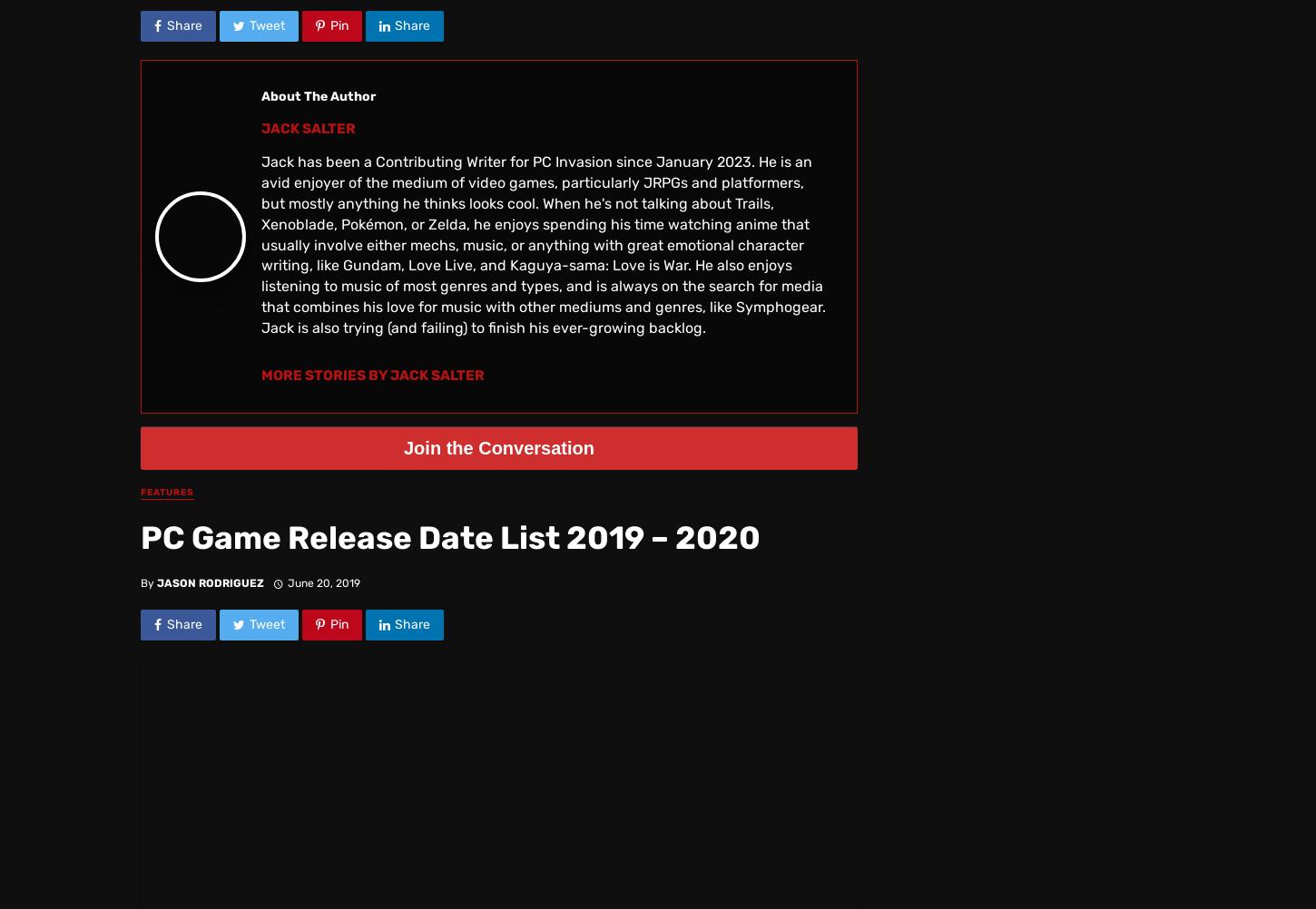 This screenshot has width=1316, height=909. I want to click on 'More Stories by Jack Salter', so click(260, 375).